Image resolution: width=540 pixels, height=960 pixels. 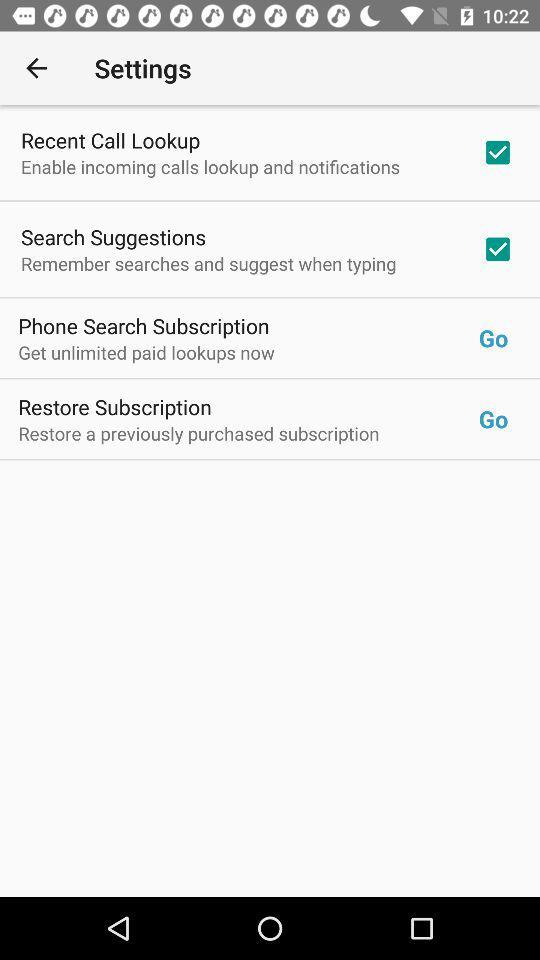 What do you see at coordinates (143, 325) in the screenshot?
I see `item above the get unlimited paid icon` at bounding box center [143, 325].